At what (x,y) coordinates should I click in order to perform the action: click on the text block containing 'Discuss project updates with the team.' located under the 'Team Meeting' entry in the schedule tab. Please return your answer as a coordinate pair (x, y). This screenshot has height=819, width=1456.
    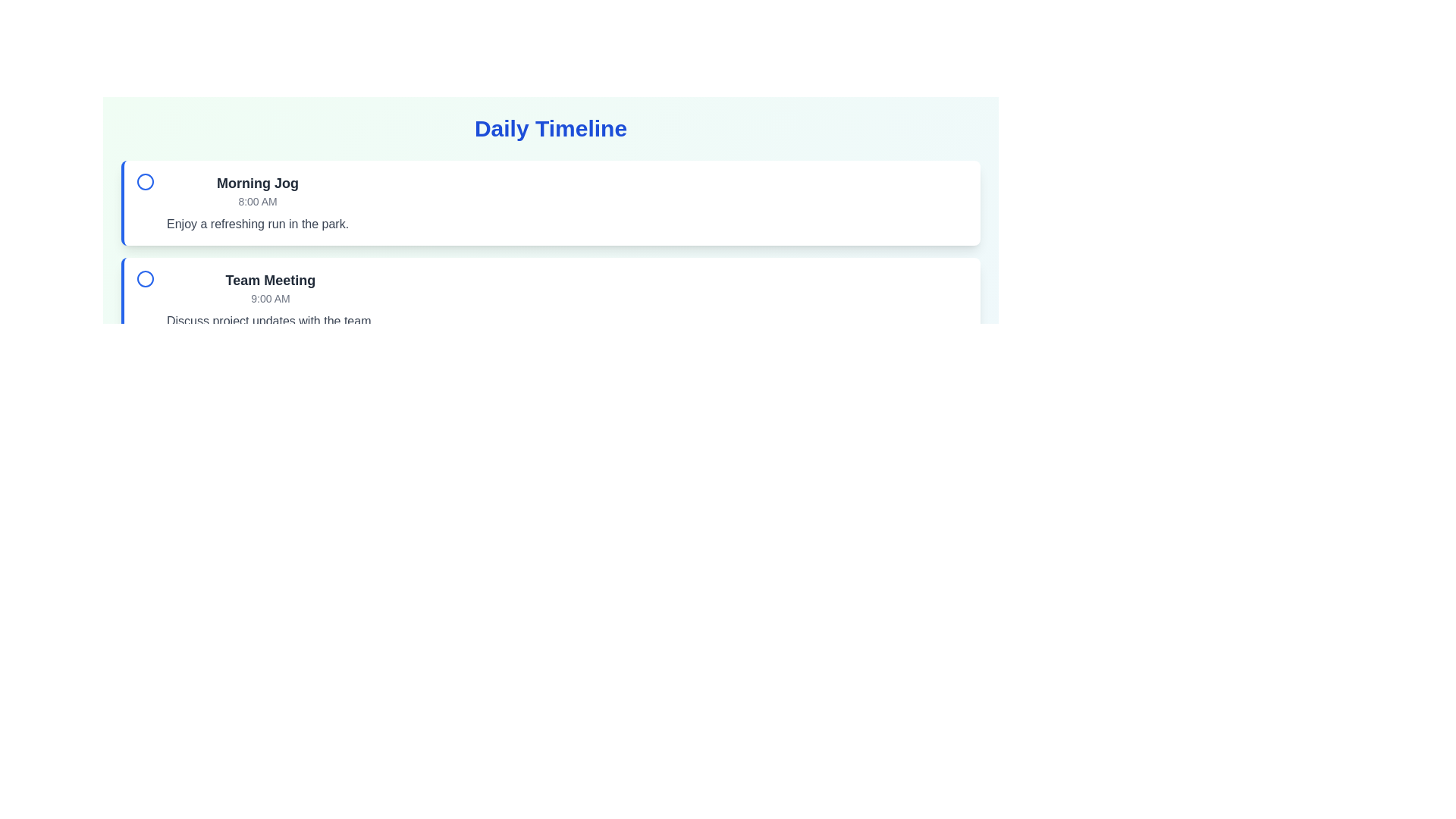
    Looking at the image, I should click on (270, 321).